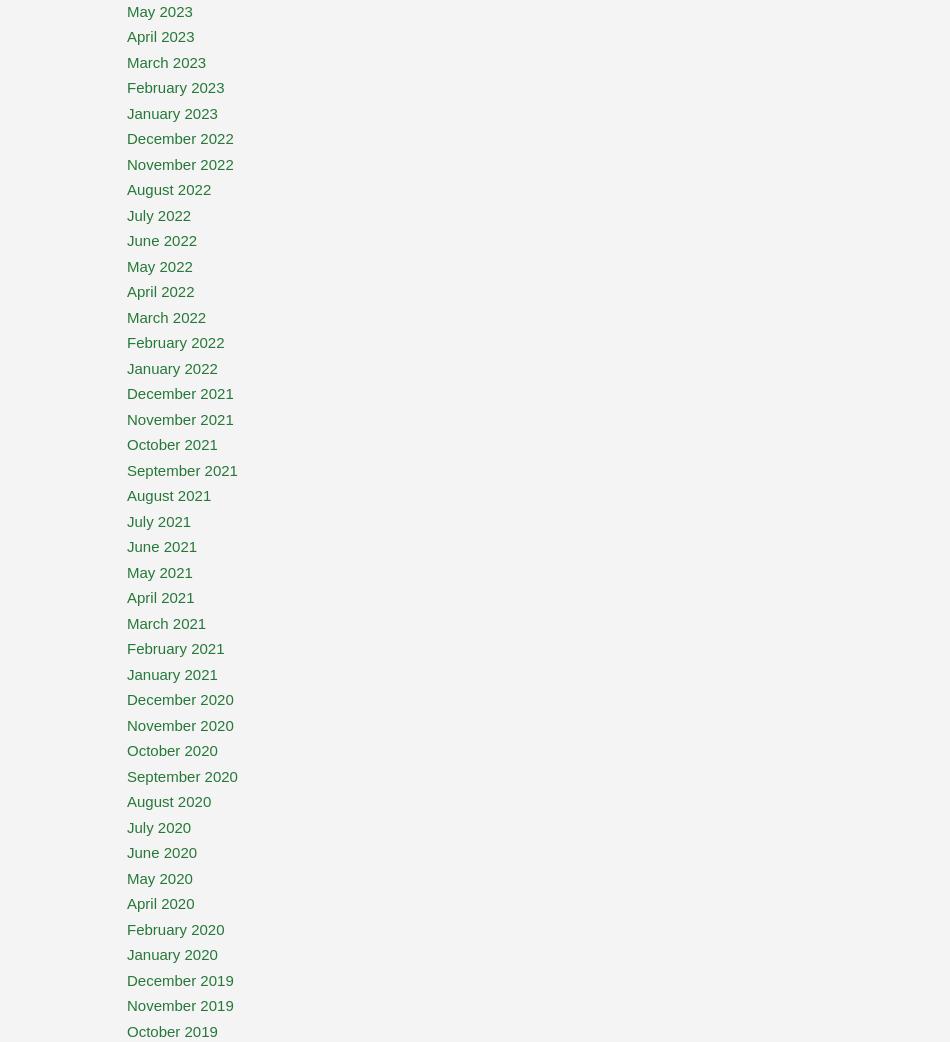 This screenshot has width=950, height=1042. Describe the element at coordinates (159, 570) in the screenshot. I see `'May 2021'` at that location.